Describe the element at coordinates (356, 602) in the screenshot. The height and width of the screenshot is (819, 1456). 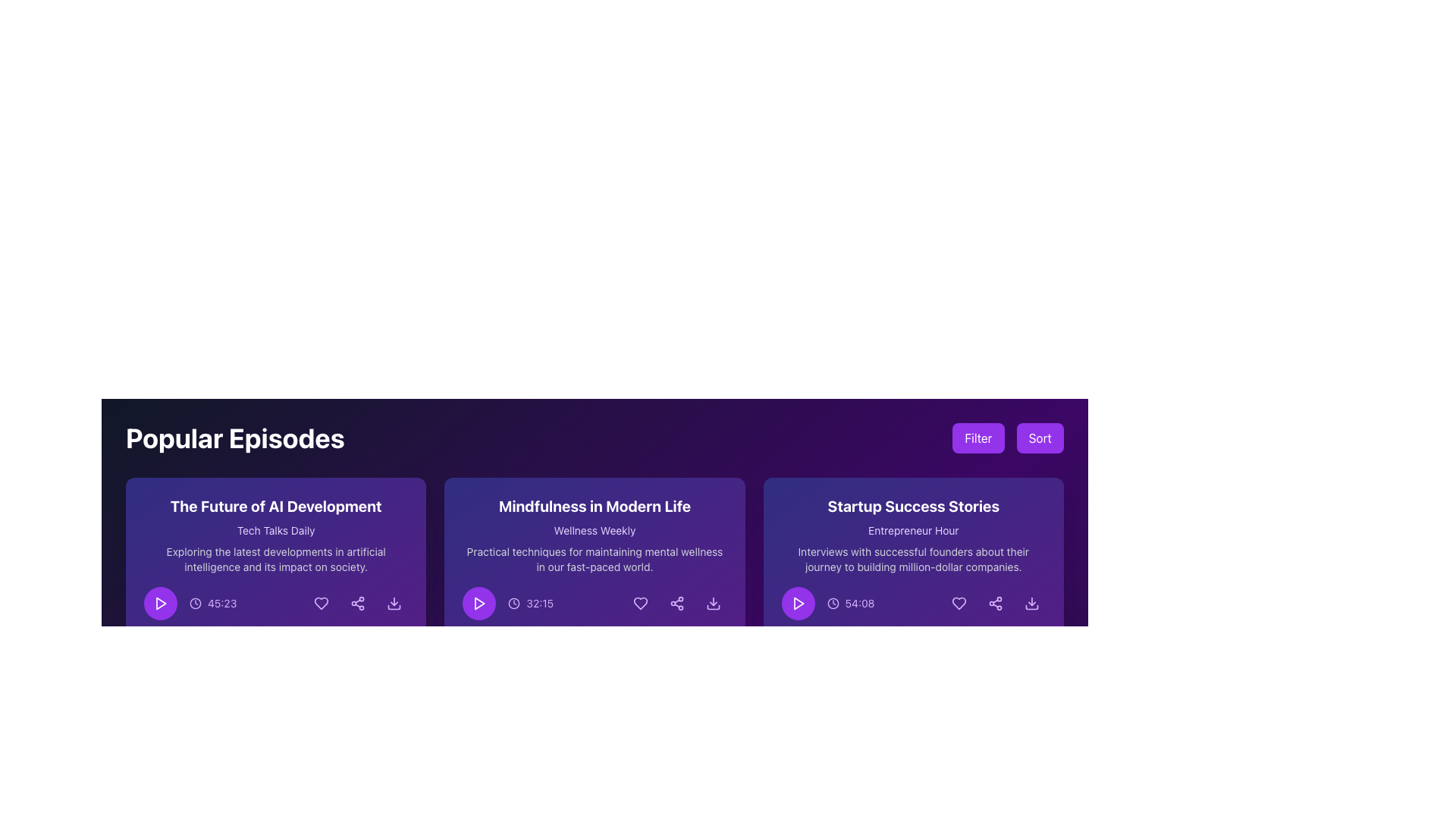
I see `the share icon, which is styled as a share symbol with three interconnected nodes, located under the duration details in the last card` at that location.